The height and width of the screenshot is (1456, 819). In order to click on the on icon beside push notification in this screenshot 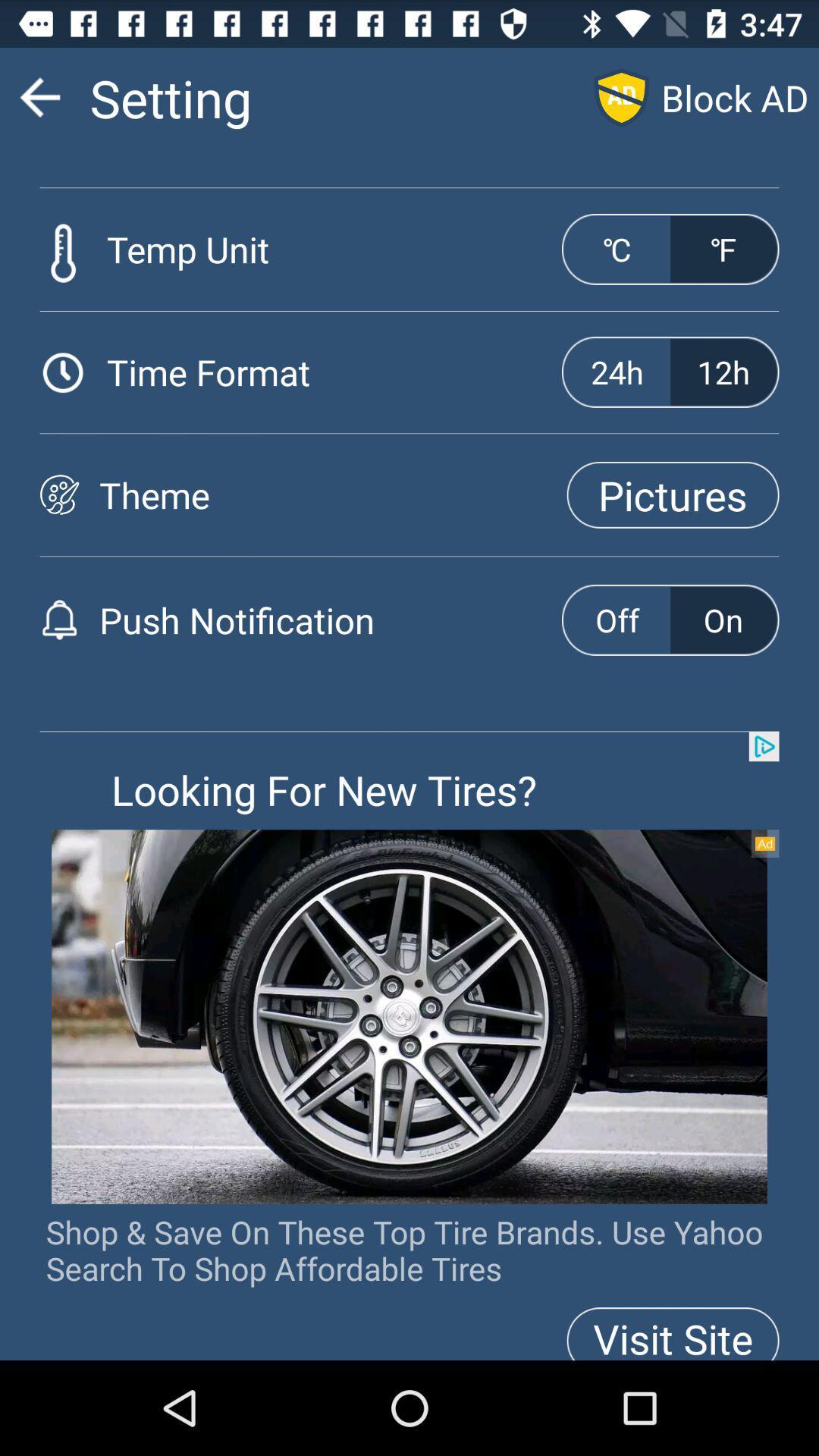, I will do `click(723, 620)`.